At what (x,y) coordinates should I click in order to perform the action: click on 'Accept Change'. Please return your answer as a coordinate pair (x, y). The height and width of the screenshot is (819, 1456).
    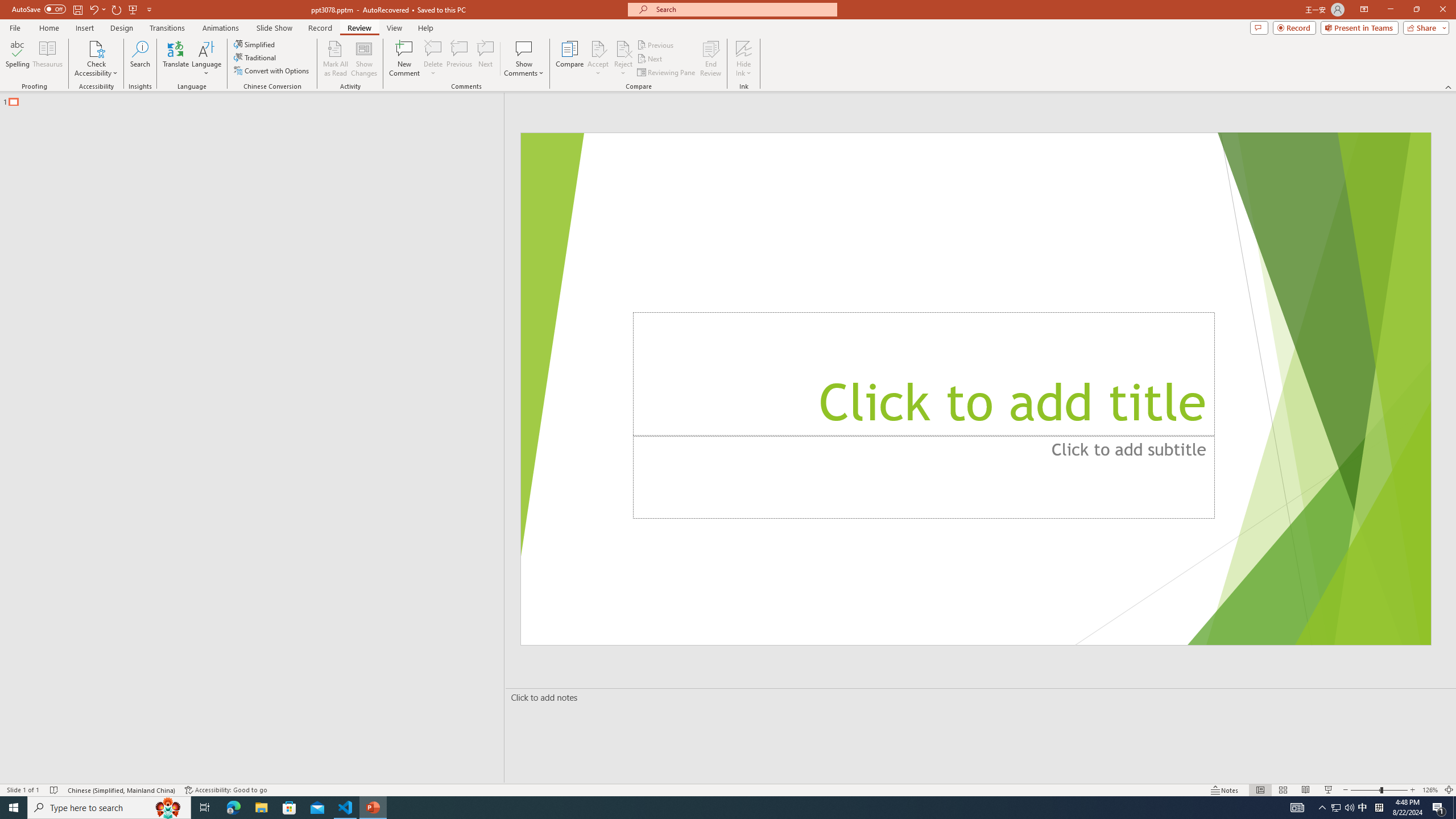
    Looking at the image, I should click on (598, 48).